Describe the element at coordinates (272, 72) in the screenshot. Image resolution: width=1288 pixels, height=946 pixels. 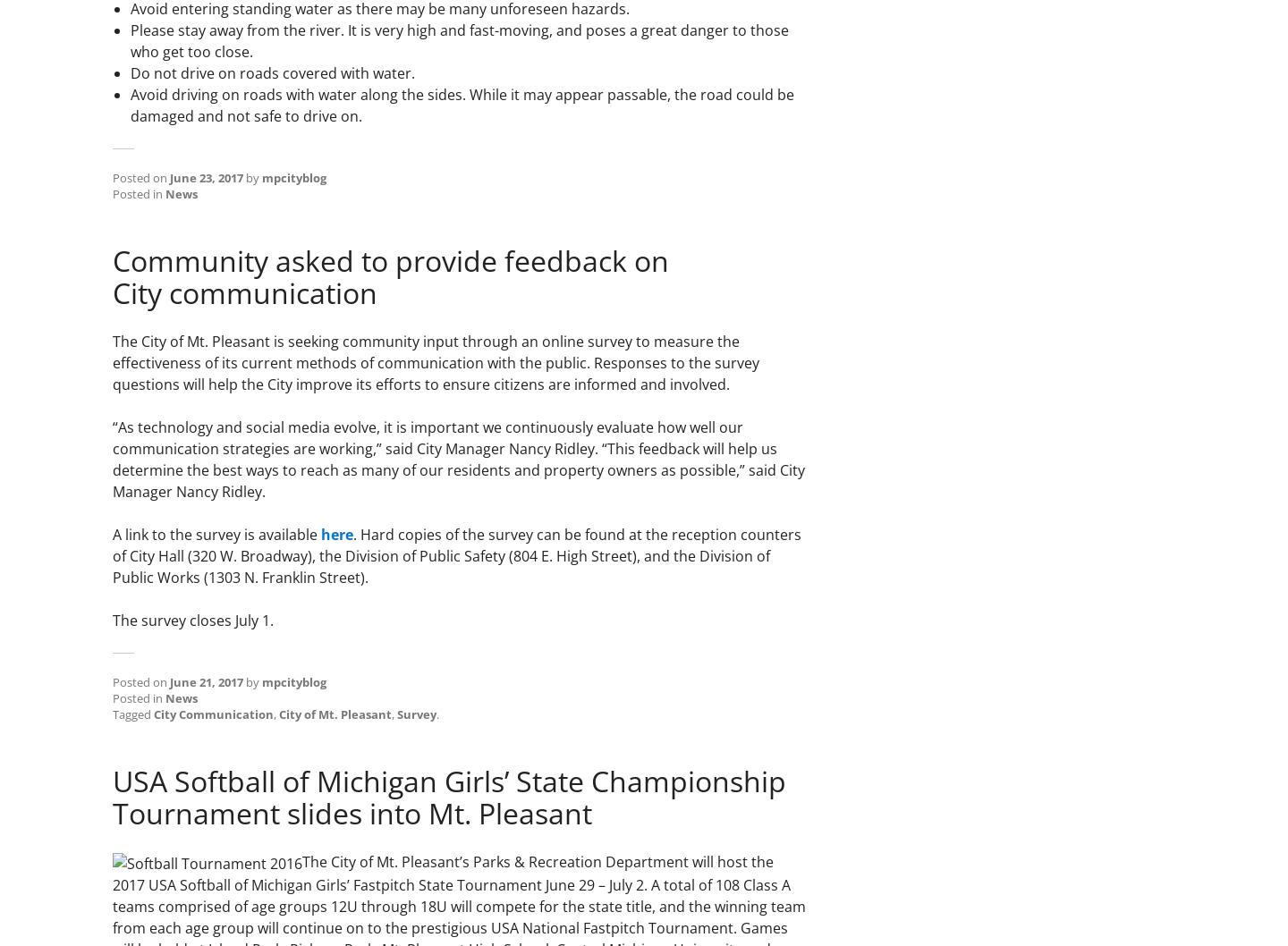
I see `'Do not drive on roads covered with water.'` at that location.